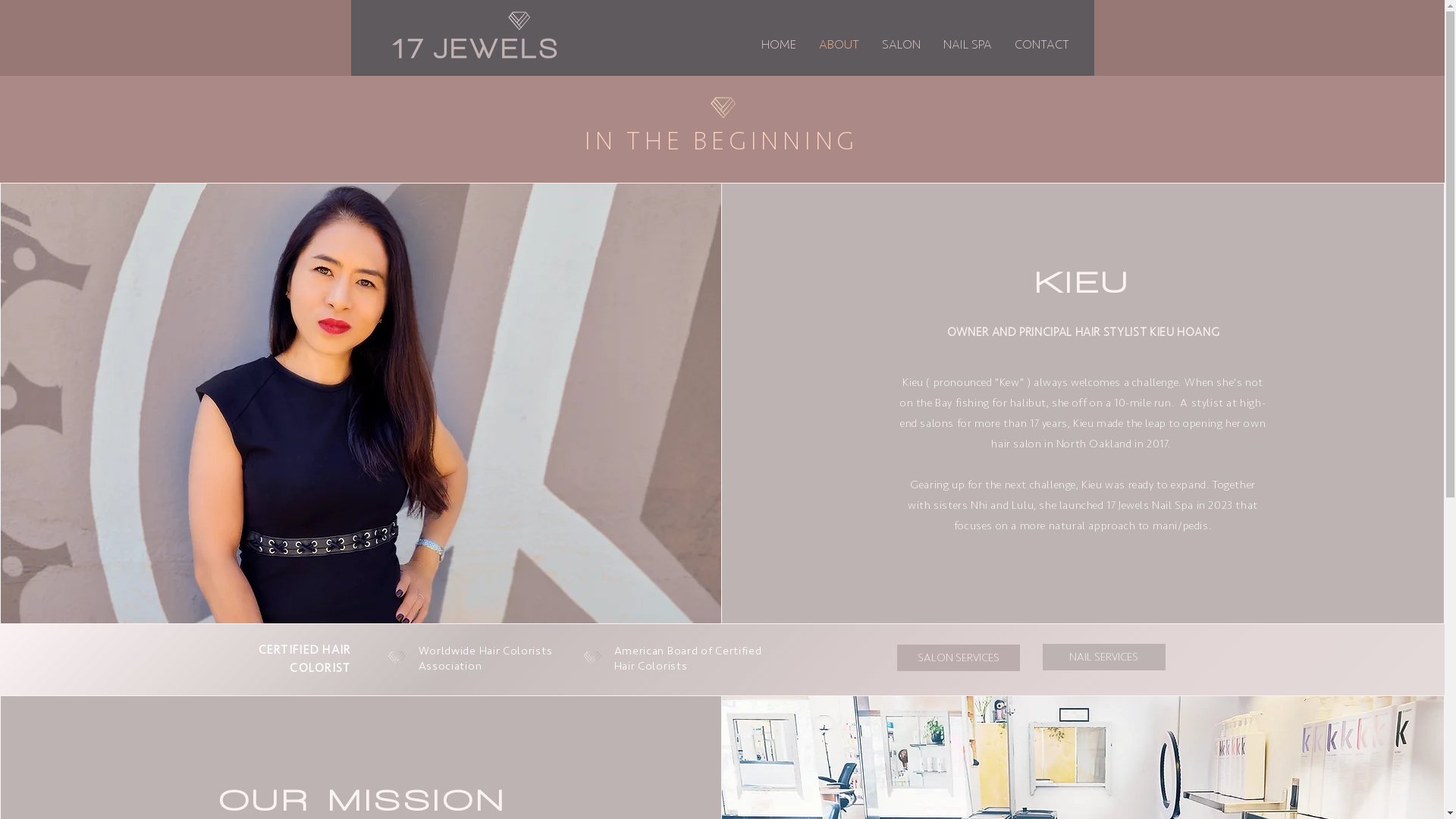 The height and width of the screenshot is (819, 1456). Describe the element at coordinates (956, 657) in the screenshot. I see `'SALON SERVICES'` at that location.